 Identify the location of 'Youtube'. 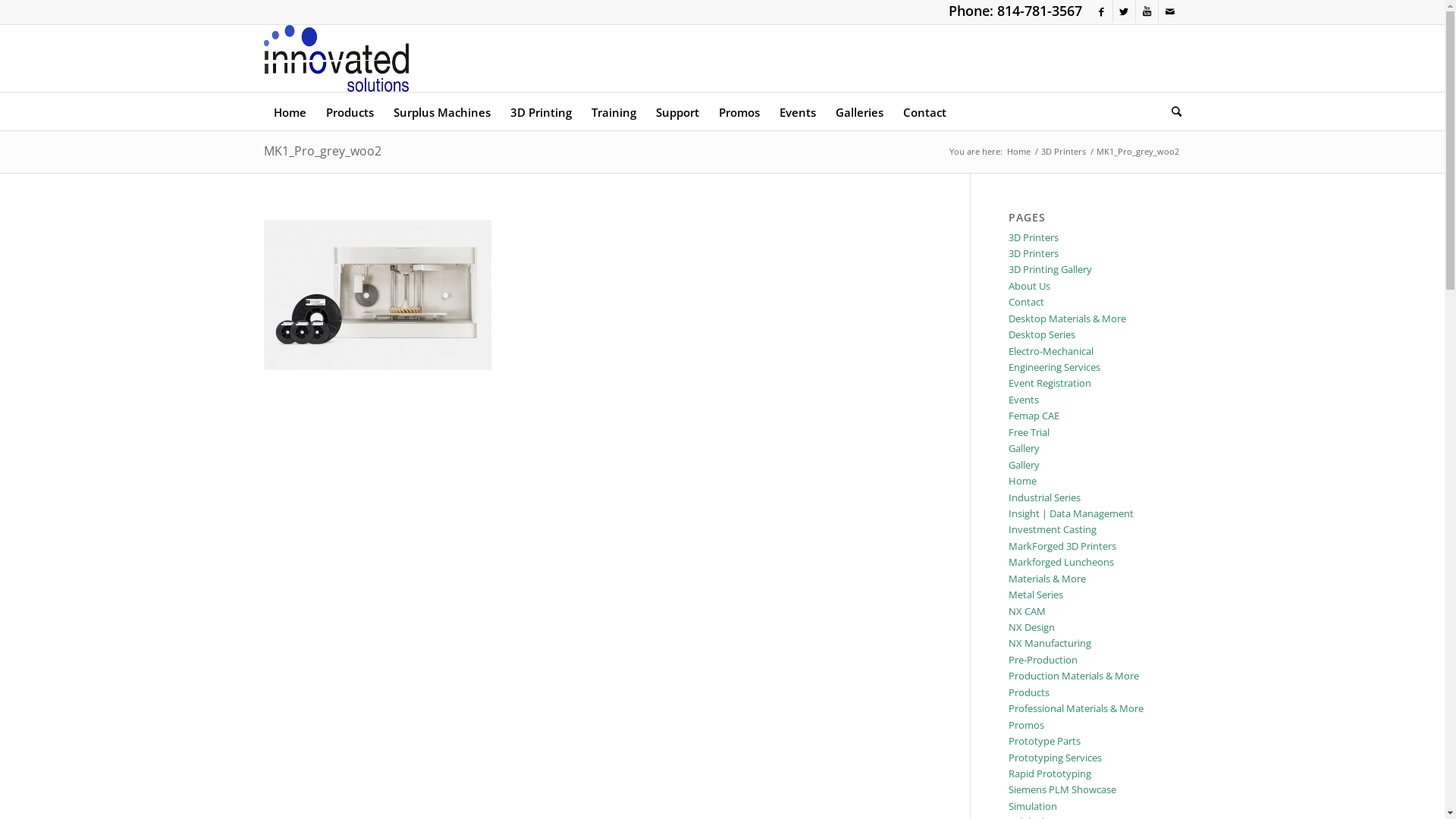
(1147, 11).